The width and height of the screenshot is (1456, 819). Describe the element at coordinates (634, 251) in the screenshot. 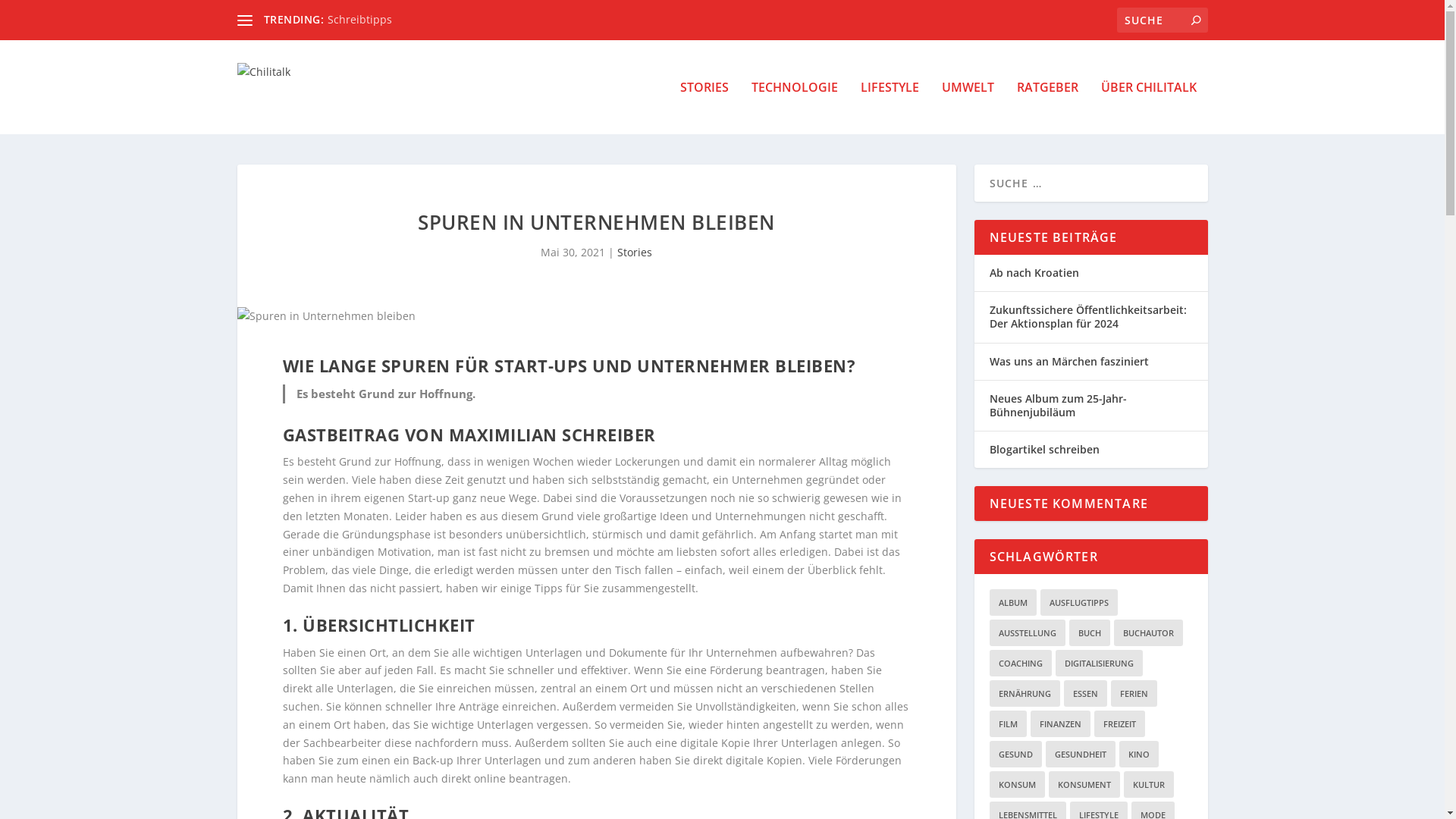

I see `'Stories'` at that location.